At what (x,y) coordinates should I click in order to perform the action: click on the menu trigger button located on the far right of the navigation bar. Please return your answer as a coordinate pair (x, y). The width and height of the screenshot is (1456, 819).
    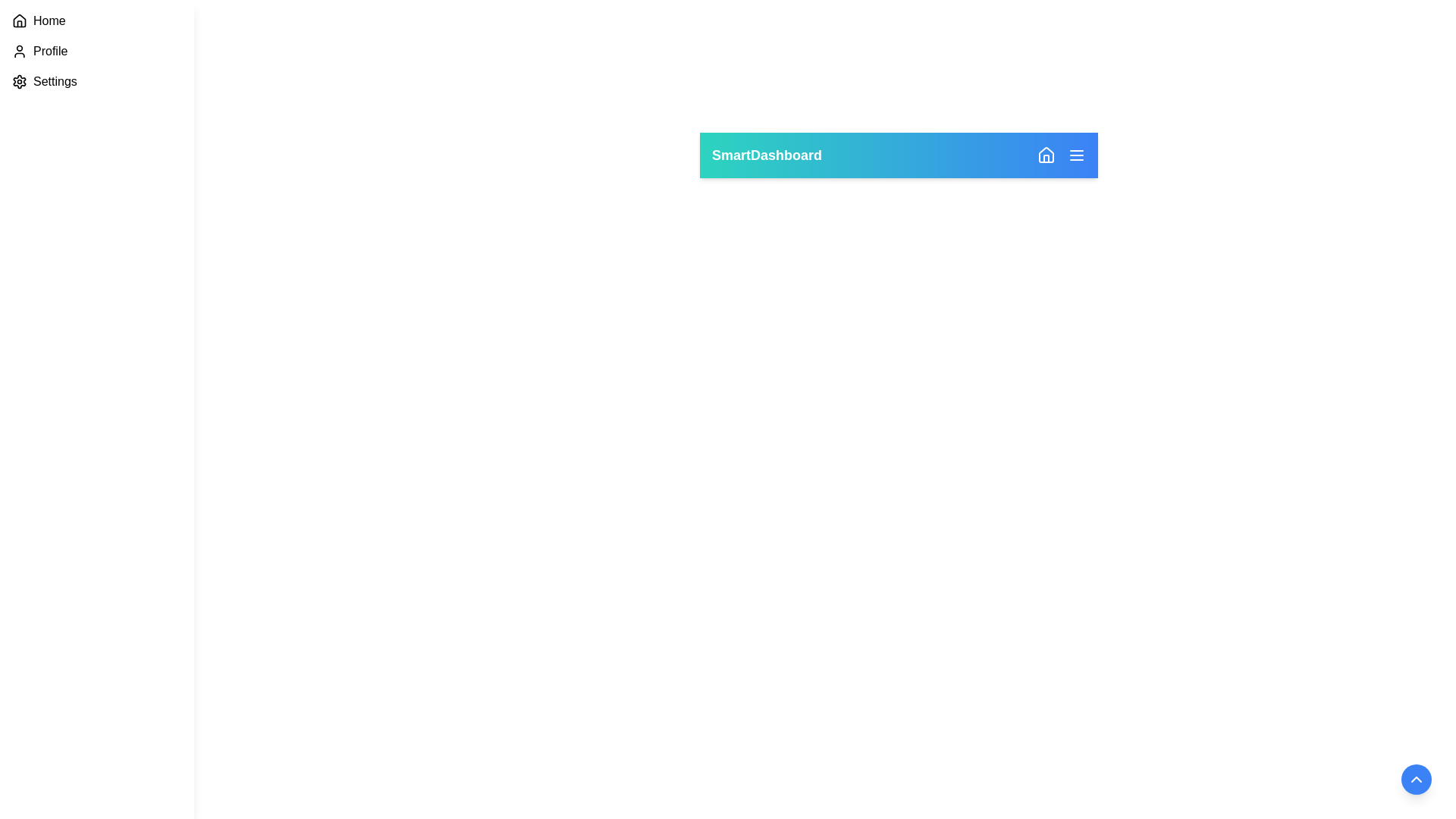
    Looking at the image, I should click on (1076, 155).